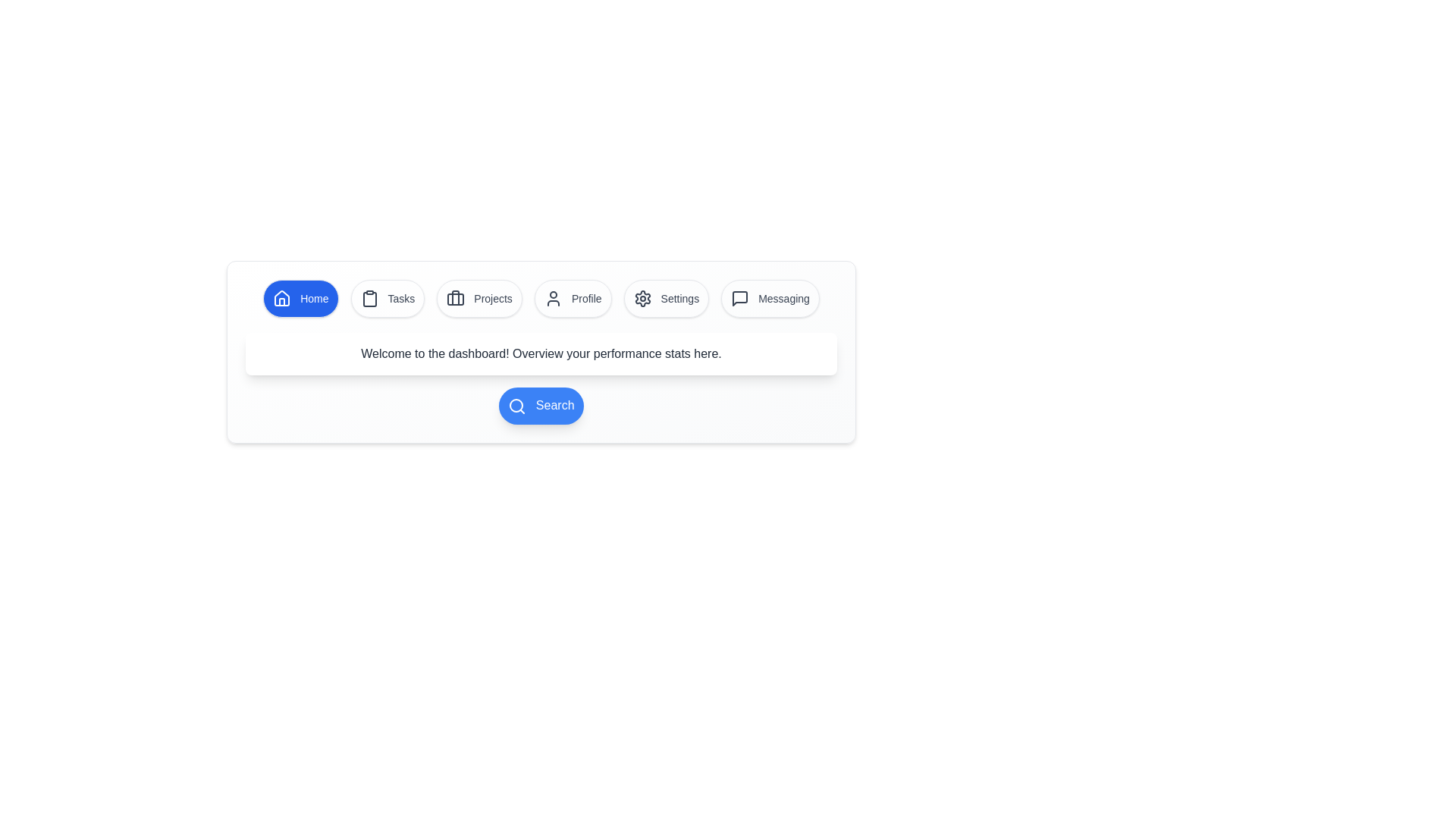 The width and height of the screenshot is (1456, 819). I want to click on the 'Home' icon located in the navigation bar at the top-left of the interface, which precedes the text 'Home', so click(282, 298).